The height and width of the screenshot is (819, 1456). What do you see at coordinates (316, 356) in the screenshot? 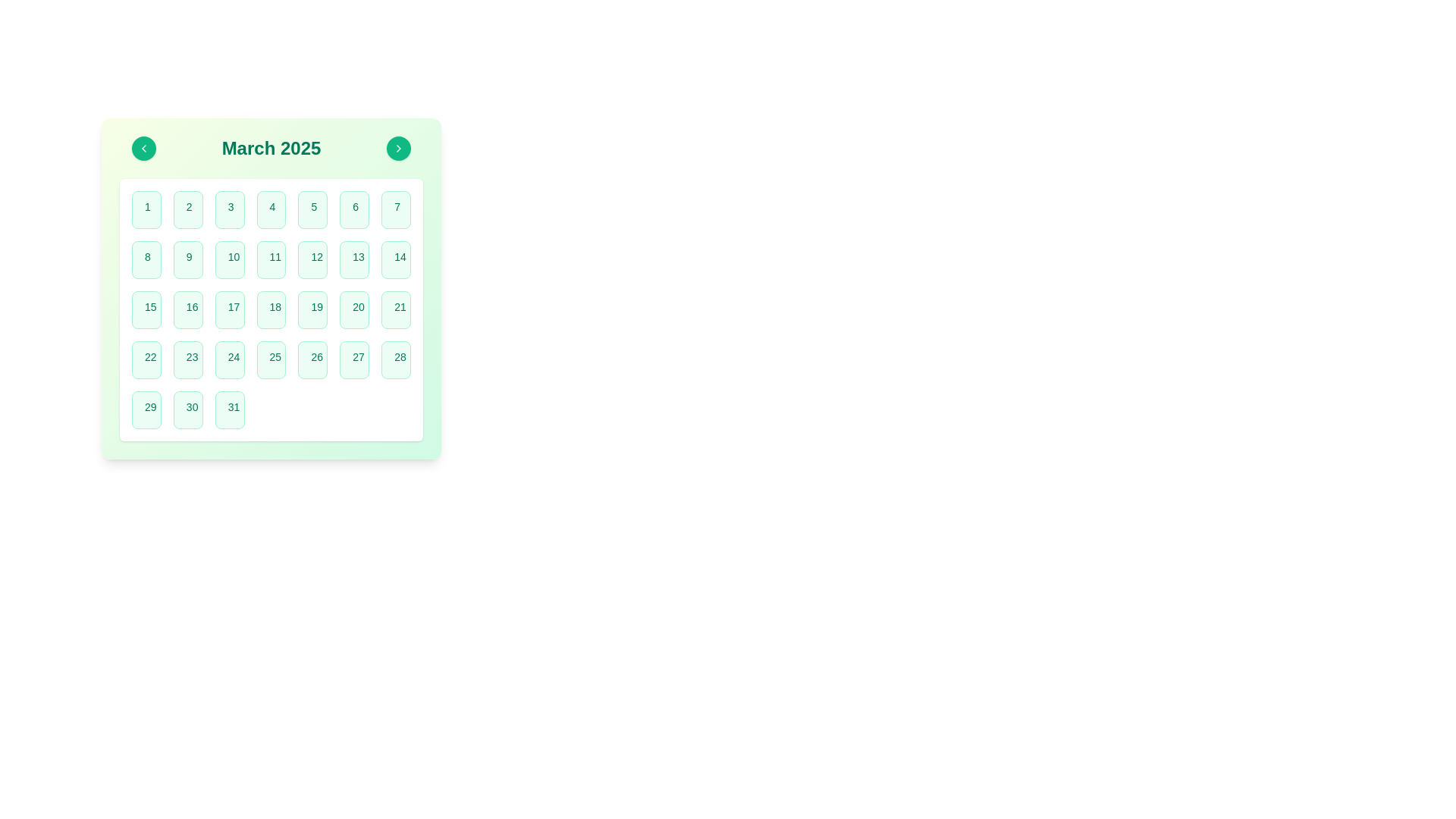
I see `text element displaying the number '26' located in the bottom right portion of the calendar, centered within a highlighted cell for the 26th day` at bounding box center [316, 356].